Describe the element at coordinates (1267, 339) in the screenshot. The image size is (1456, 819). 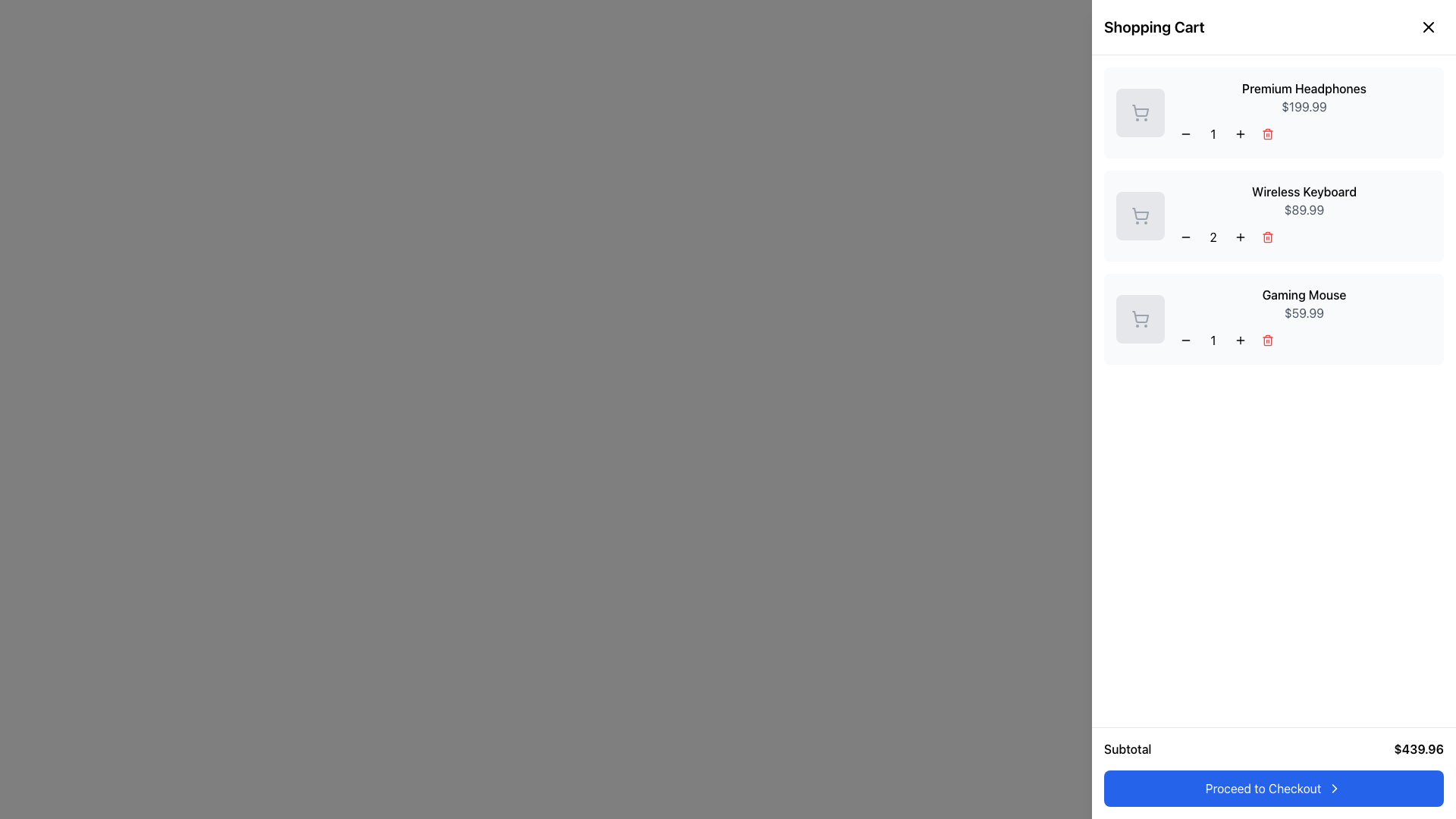
I see `the Icon button located on the right-most side of the shopping cart item` at that location.